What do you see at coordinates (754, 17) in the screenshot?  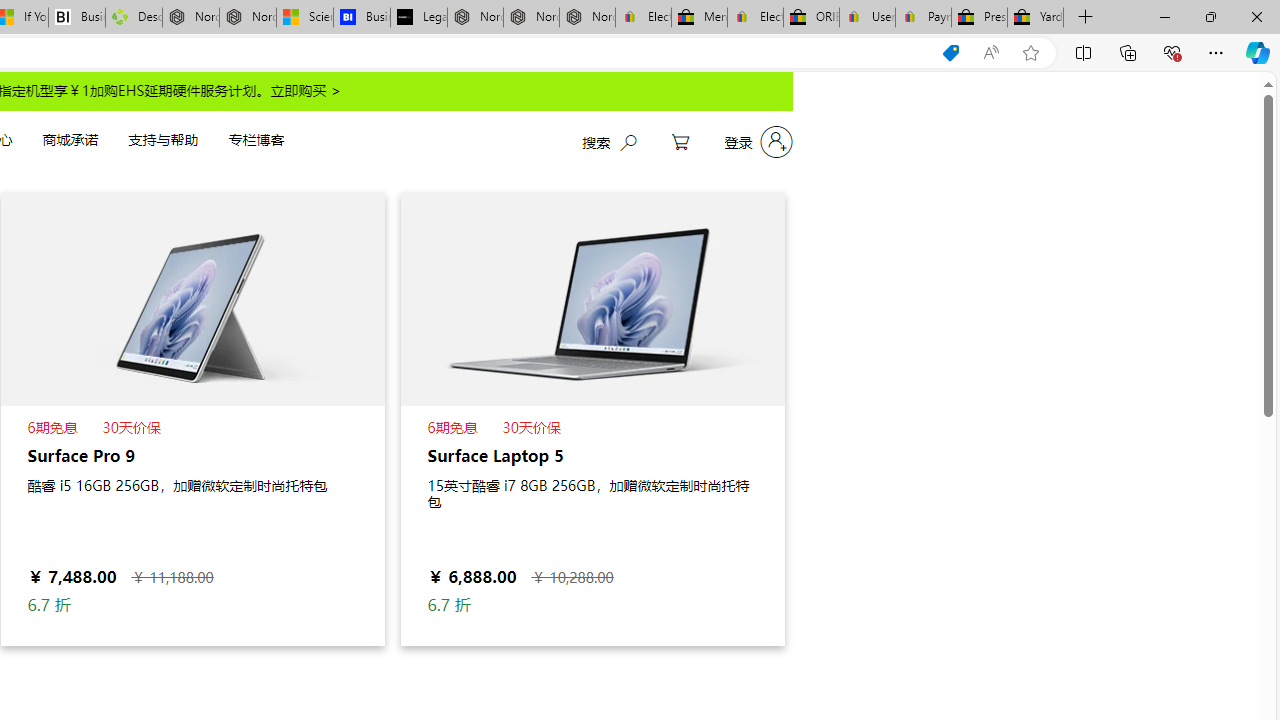 I see `'Electronics, Cars, Fashion, Collectibles & More | eBay'` at bounding box center [754, 17].